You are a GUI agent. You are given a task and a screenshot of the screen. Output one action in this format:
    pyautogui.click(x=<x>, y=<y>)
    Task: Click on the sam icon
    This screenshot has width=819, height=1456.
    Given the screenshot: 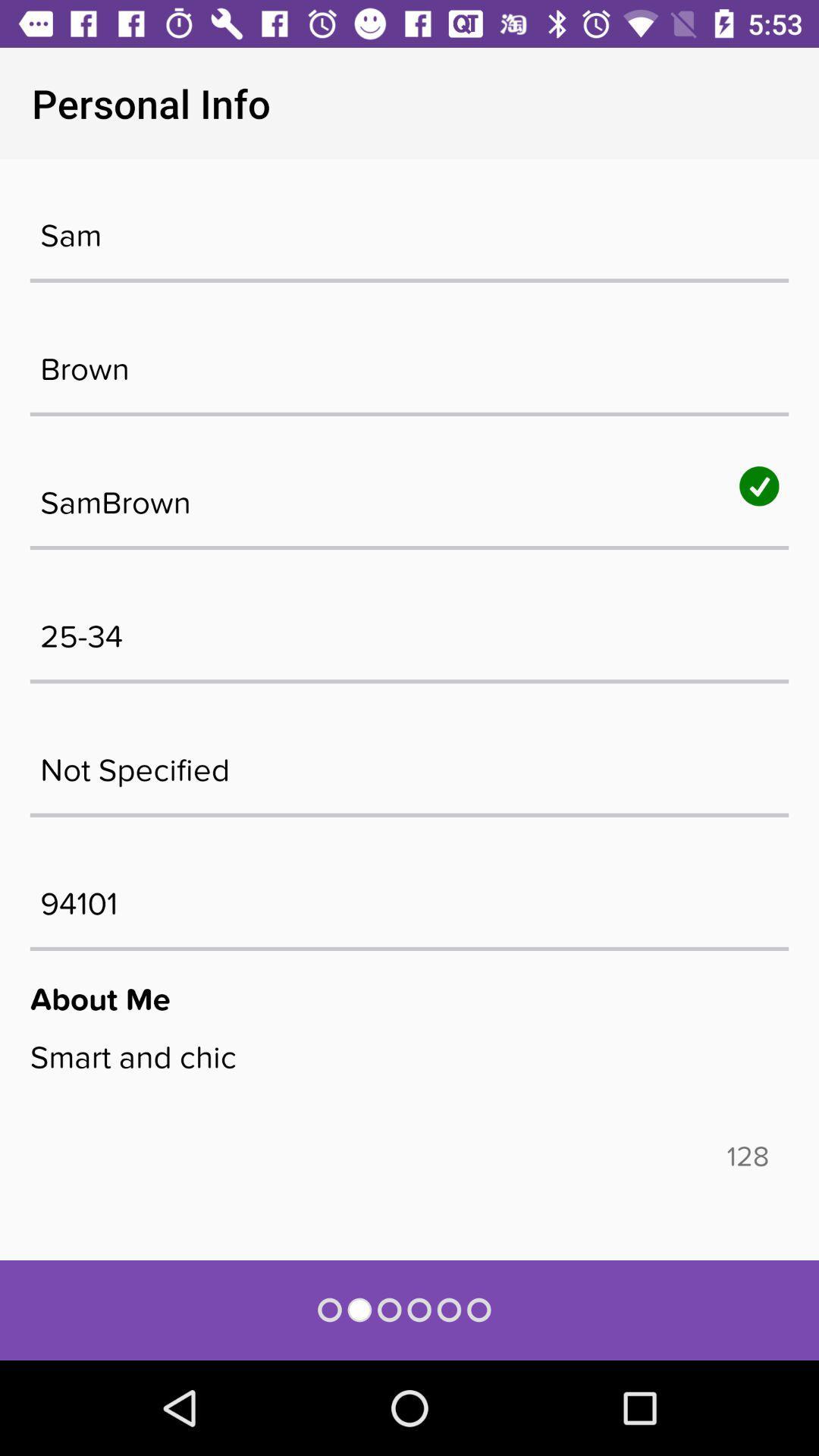 What is the action you would take?
    pyautogui.click(x=409, y=227)
    